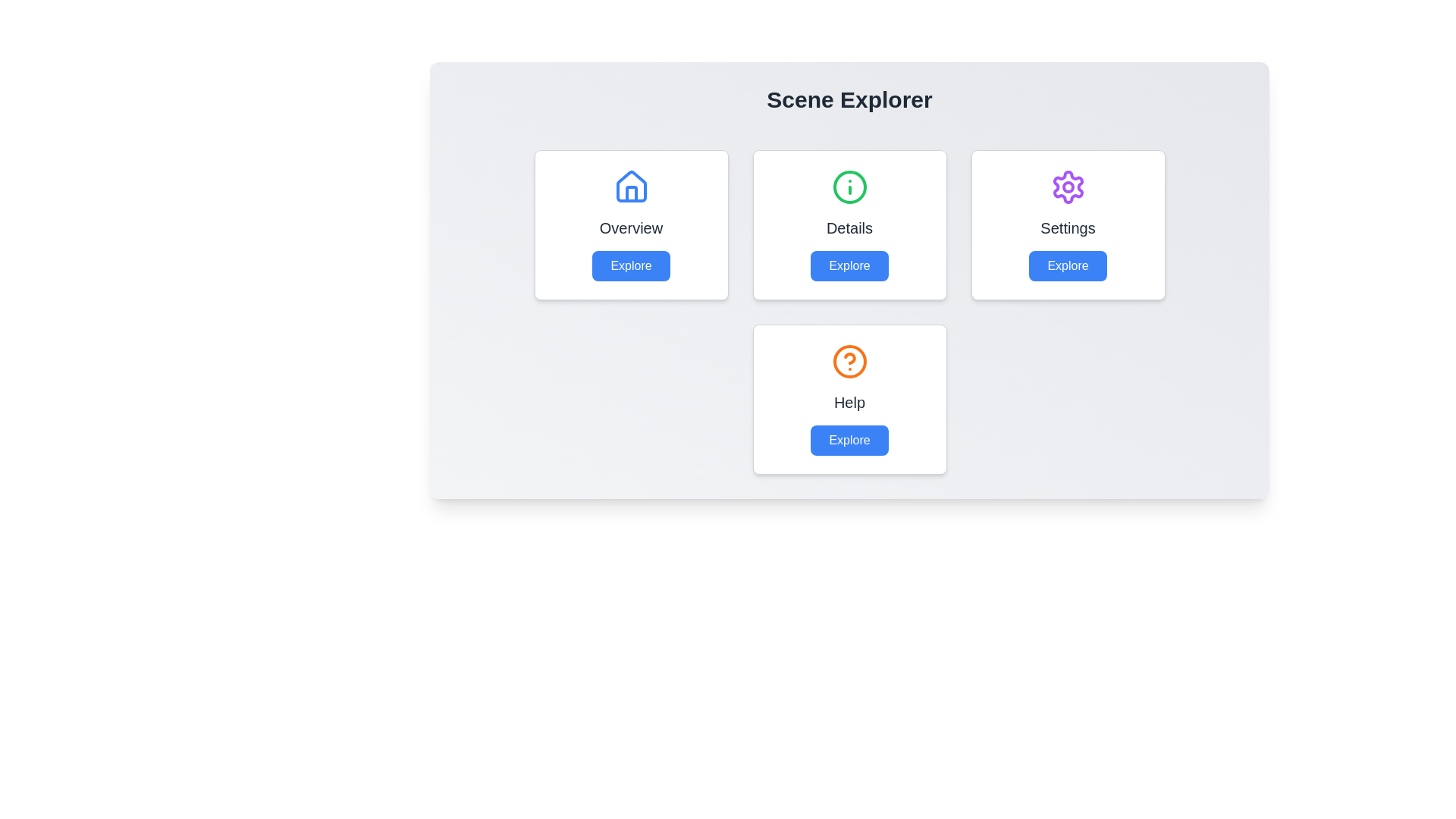 This screenshot has height=819, width=1456. I want to click on the Decorative Icon in the 'Details' section, located between 'Overview' and 'Settings', so click(849, 186).